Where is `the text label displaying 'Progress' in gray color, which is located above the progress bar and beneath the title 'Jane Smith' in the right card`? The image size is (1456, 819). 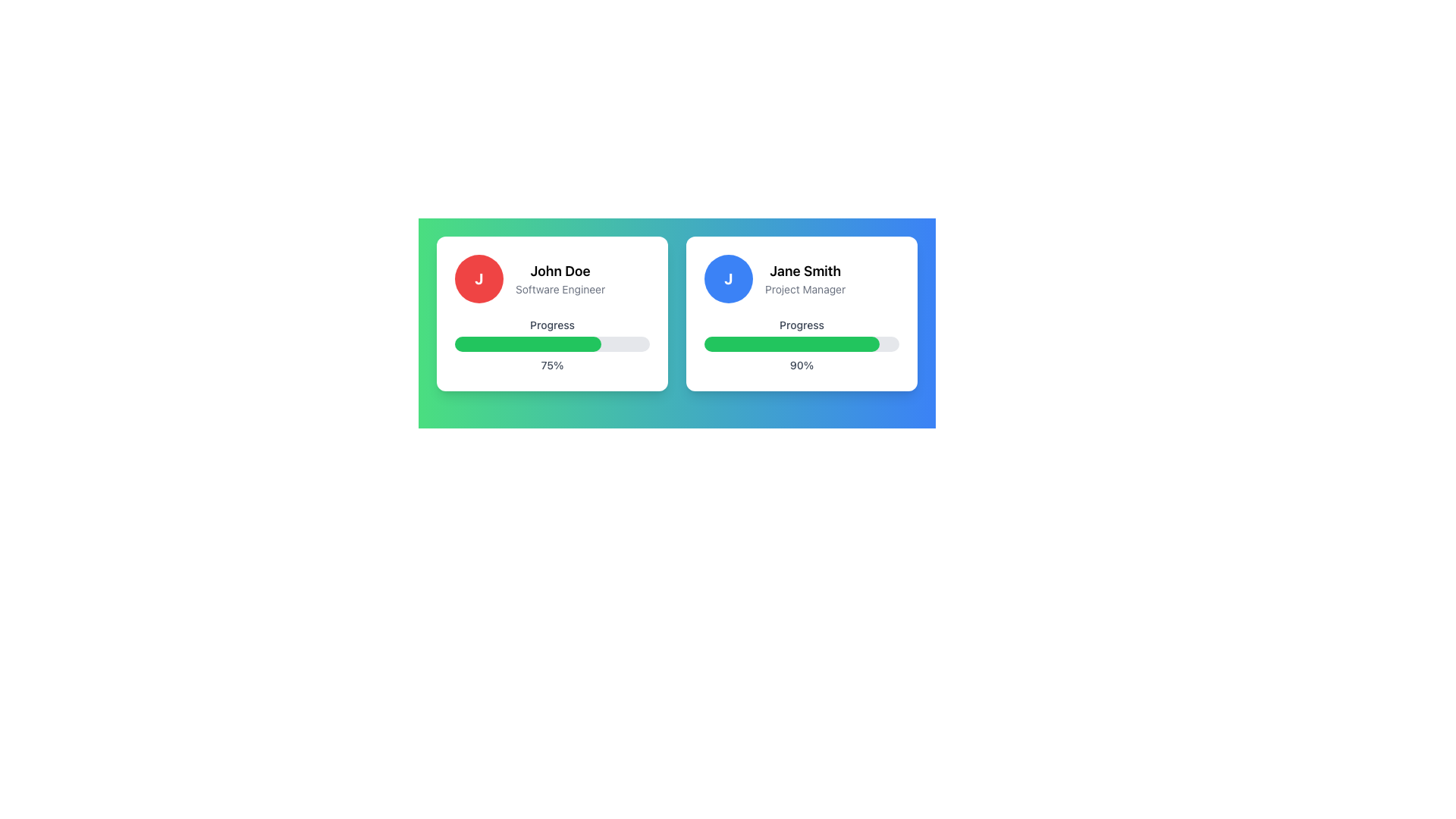 the text label displaying 'Progress' in gray color, which is located above the progress bar and beneath the title 'Jane Smith' in the right card is located at coordinates (801, 324).